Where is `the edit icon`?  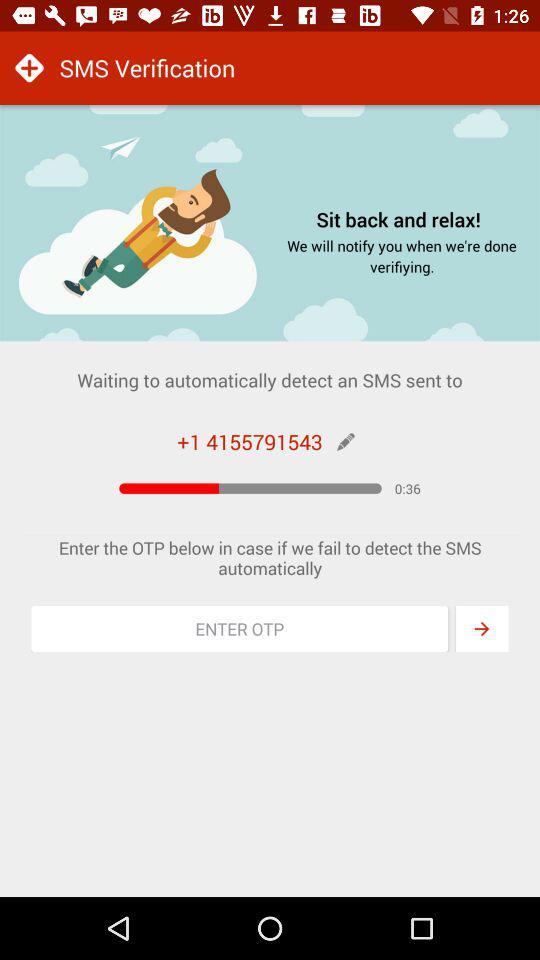 the edit icon is located at coordinates (344, 442).